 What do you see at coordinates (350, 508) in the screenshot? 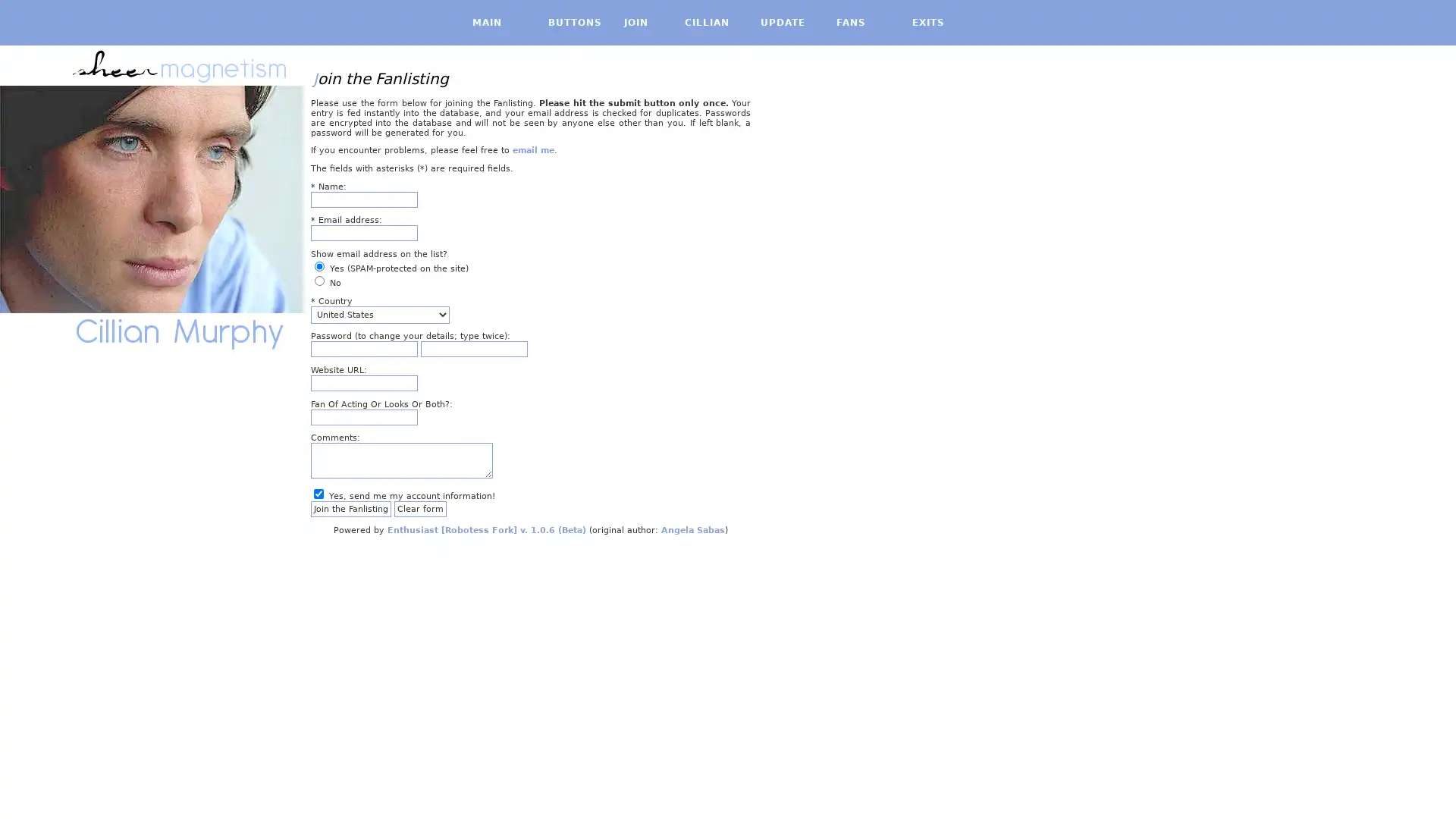
I see `Join the Fanlisting` at bounding box center [350, 508].